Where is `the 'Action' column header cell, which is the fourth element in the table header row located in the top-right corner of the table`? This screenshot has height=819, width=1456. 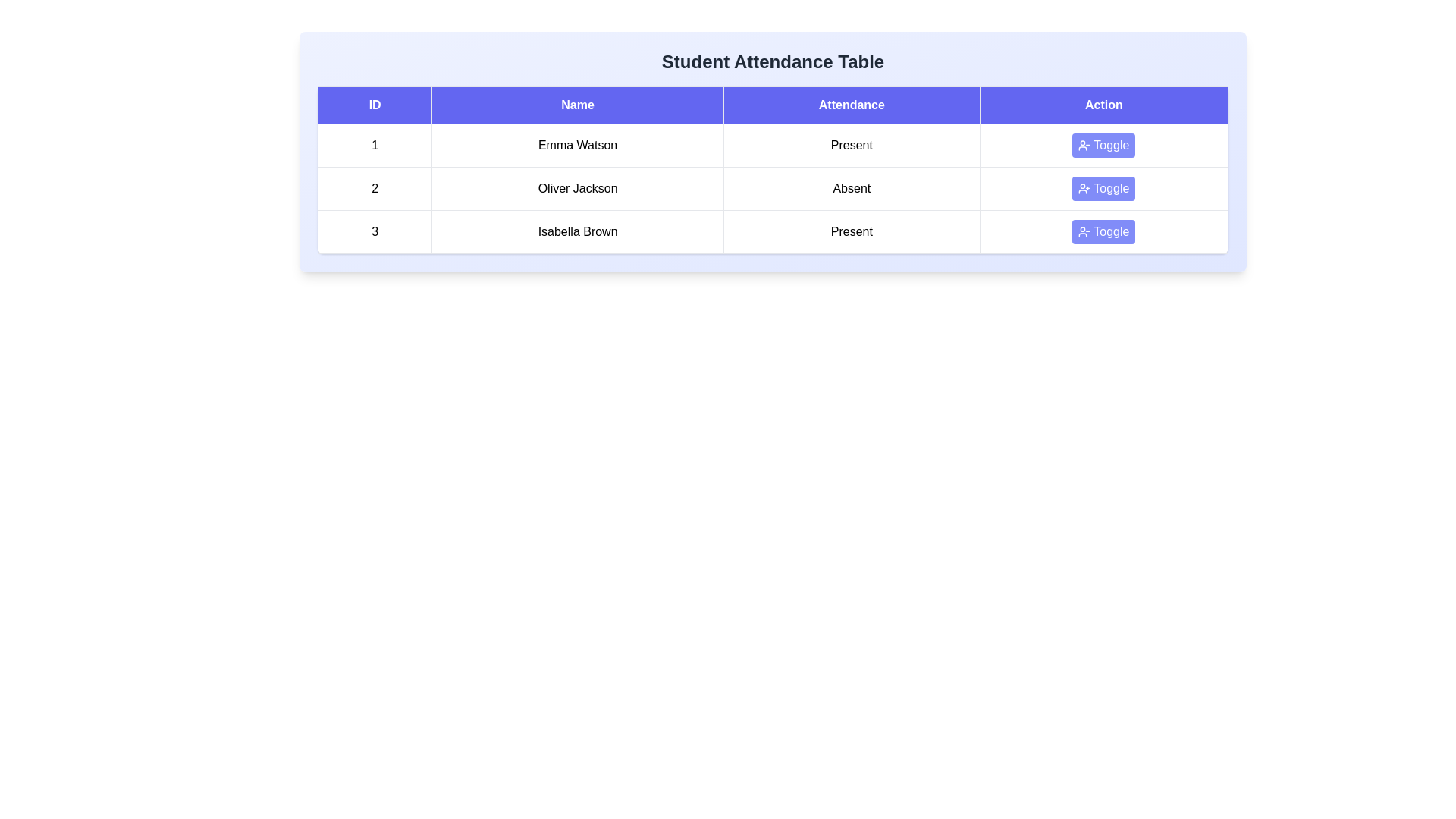
the 'Action' column header cell, which is the fourth element in the table header row located in the top-right corner of the table is located at coordinates (1103, 104).